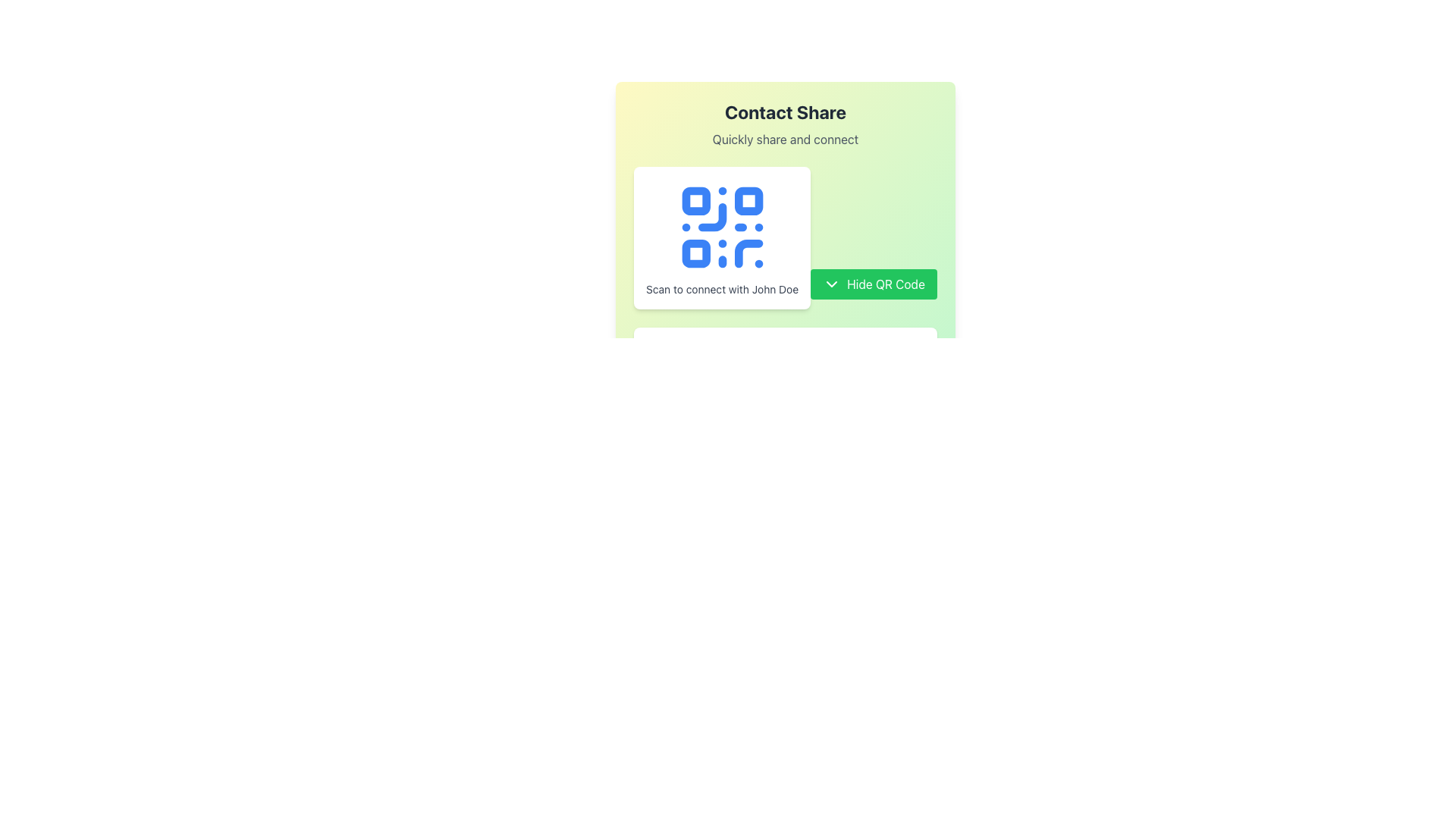 The image size is (1456, 819). What do you see at coordinates (831, 284) in the screenshot?
I see `the downward-pointing chevron icon located within the green button labeled 'Hide QR Code' to infer additional information` at bounding box center [831, 284].